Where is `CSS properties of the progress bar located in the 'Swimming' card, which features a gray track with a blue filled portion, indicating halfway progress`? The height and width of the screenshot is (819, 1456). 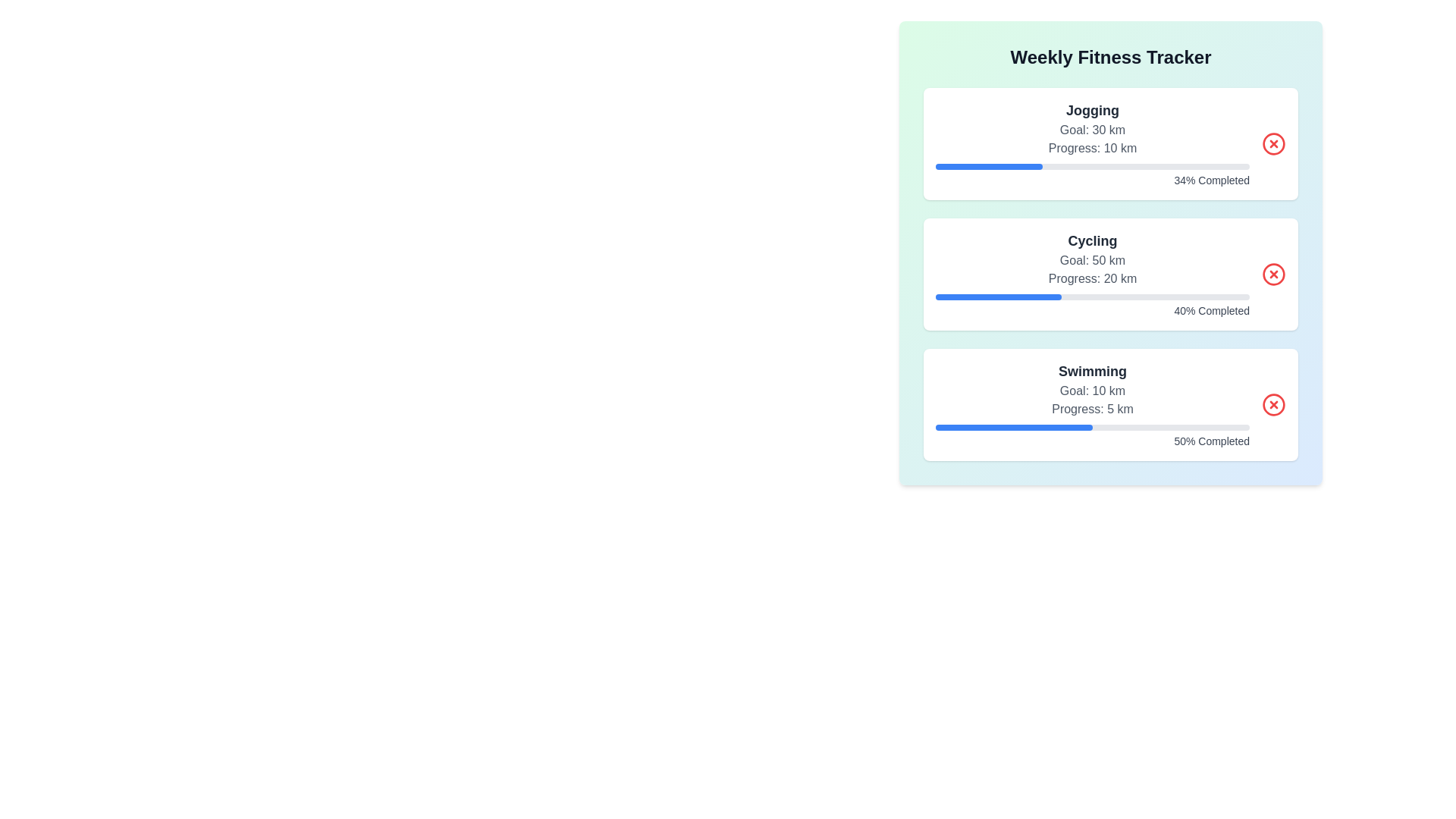
CSS properties of the progress bar located in the 'Swimming' card, which features a gray track with a blue filled portion, indicating halfway progress is located at coordinates (1092, 427).